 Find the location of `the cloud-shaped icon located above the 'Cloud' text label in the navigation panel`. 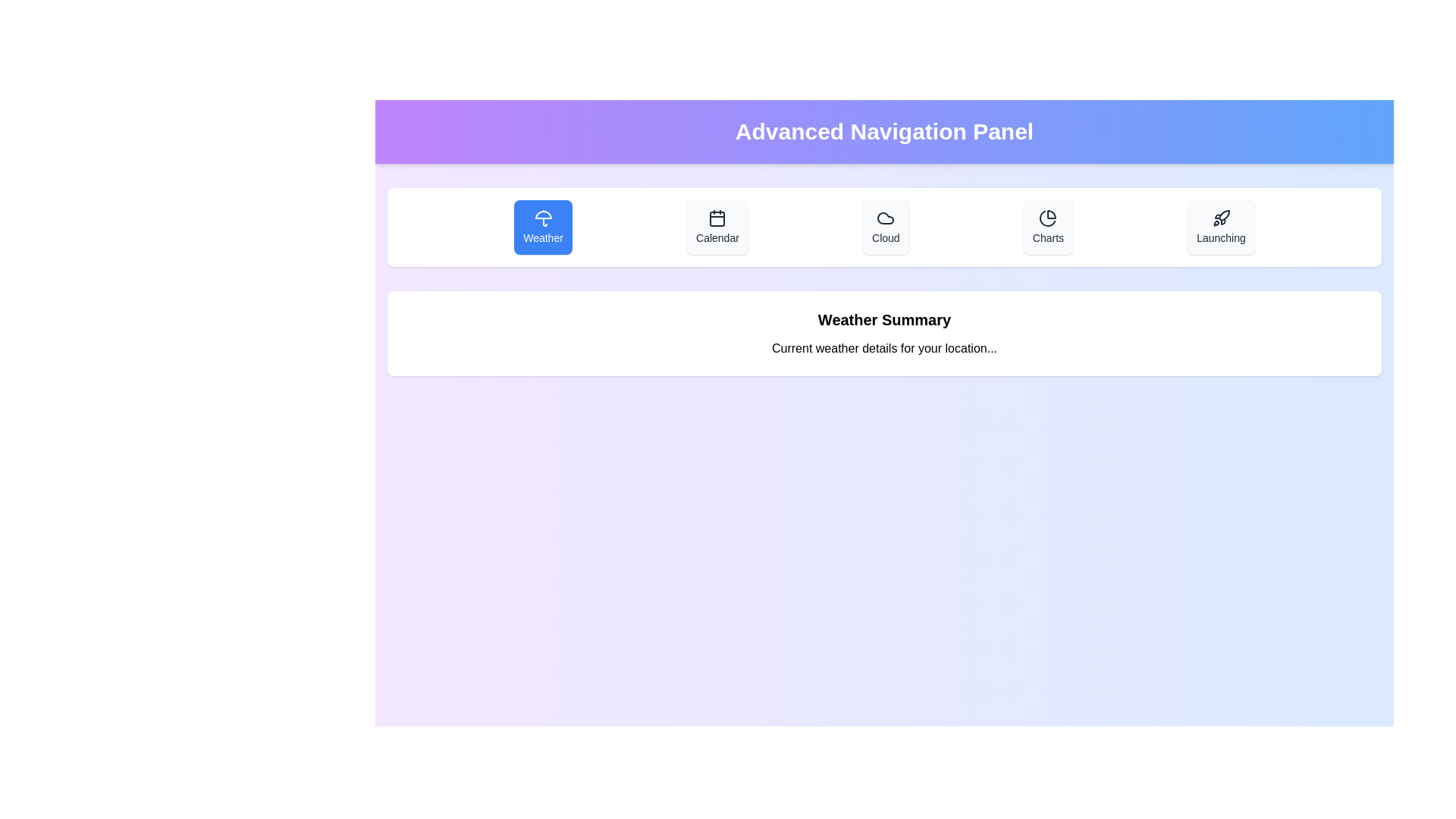

the cloud-shaped icon located above the 'Cloud' text label in the navigation panel is located at coordinates (886, 218).